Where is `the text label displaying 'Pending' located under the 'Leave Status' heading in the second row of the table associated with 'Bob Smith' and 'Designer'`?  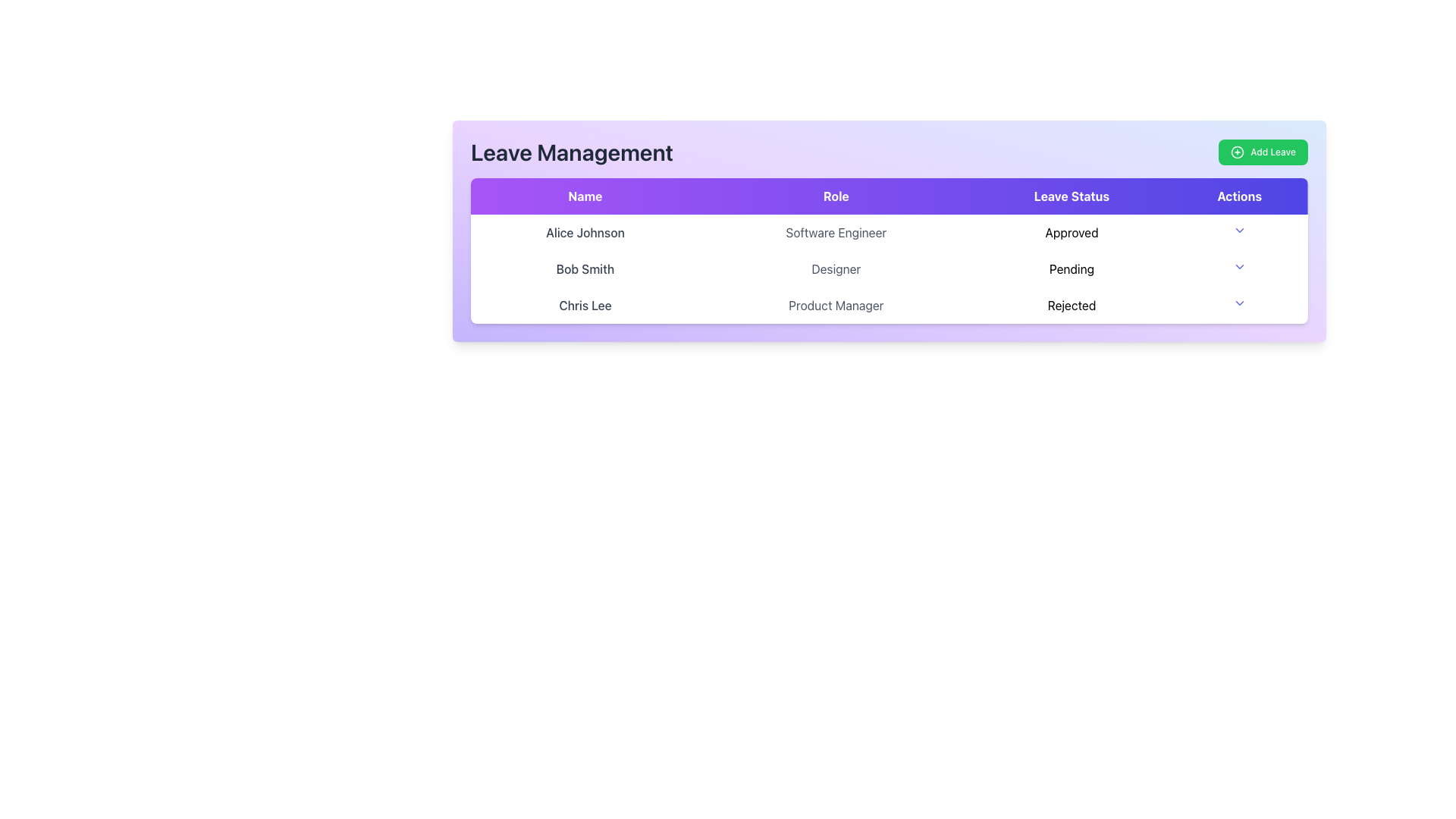 the text label displaying 'Pending' located under the 'Leave Status' heading in the second row of the table associated with 'Bob Smith' and 'Designer' is located at coordinates (1071, 268).